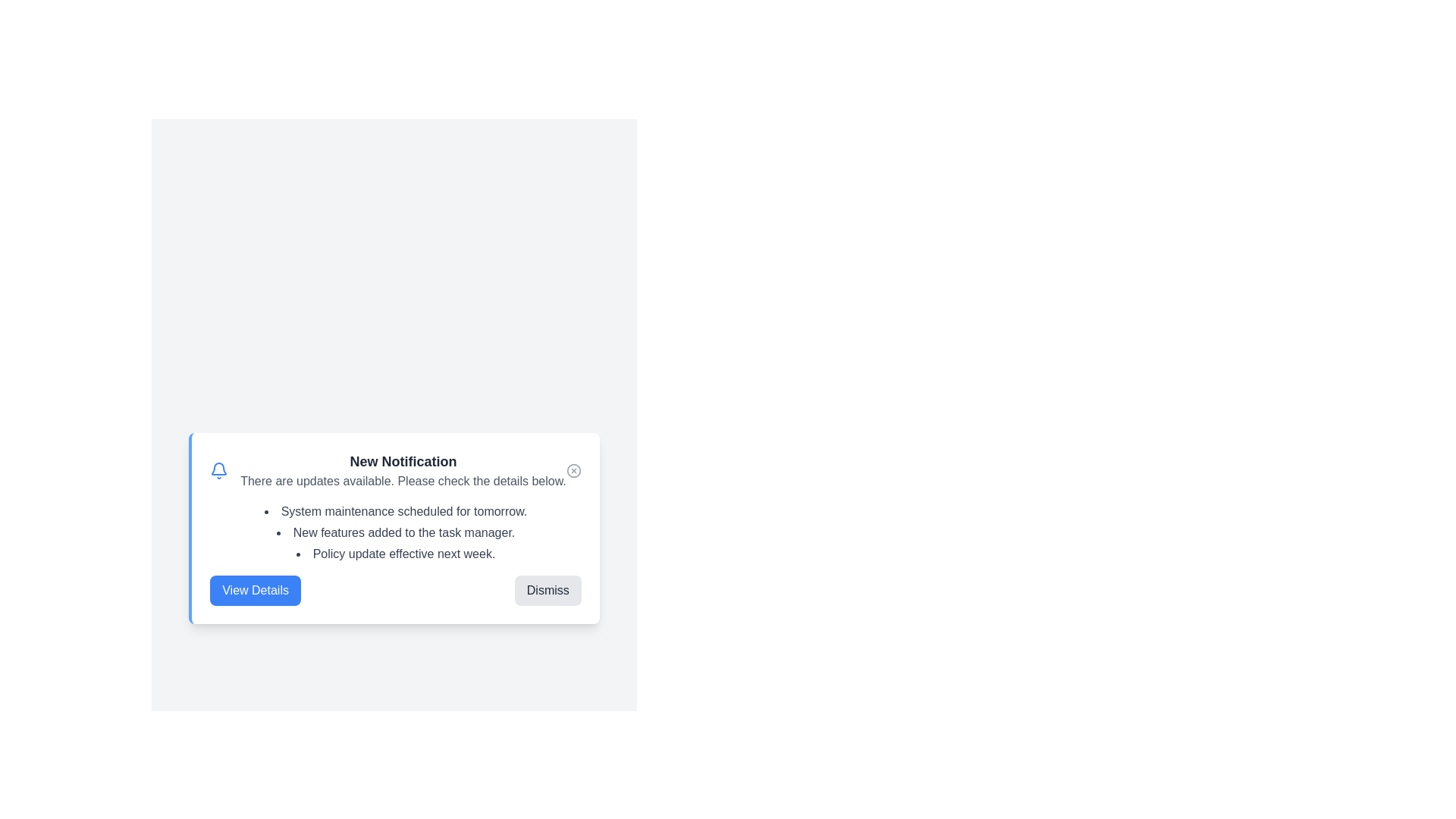 Image resolution: width=1456 pixels, height=819 pixels. What do you see at coordinates (255, 590) in the screenshot?
I see `'View Details' button to learn more about the updates` at bounding box center [255, 590].